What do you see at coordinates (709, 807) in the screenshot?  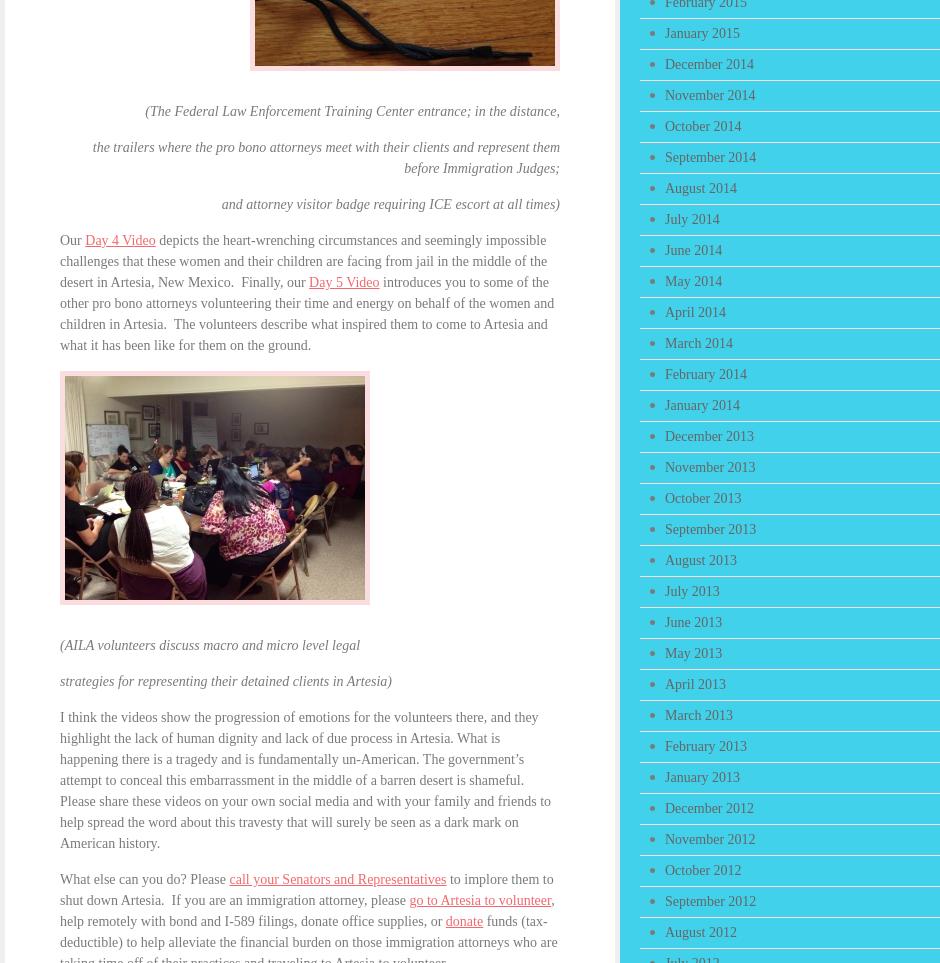 I see `'December 2012'` at bounding box center [709, 807].